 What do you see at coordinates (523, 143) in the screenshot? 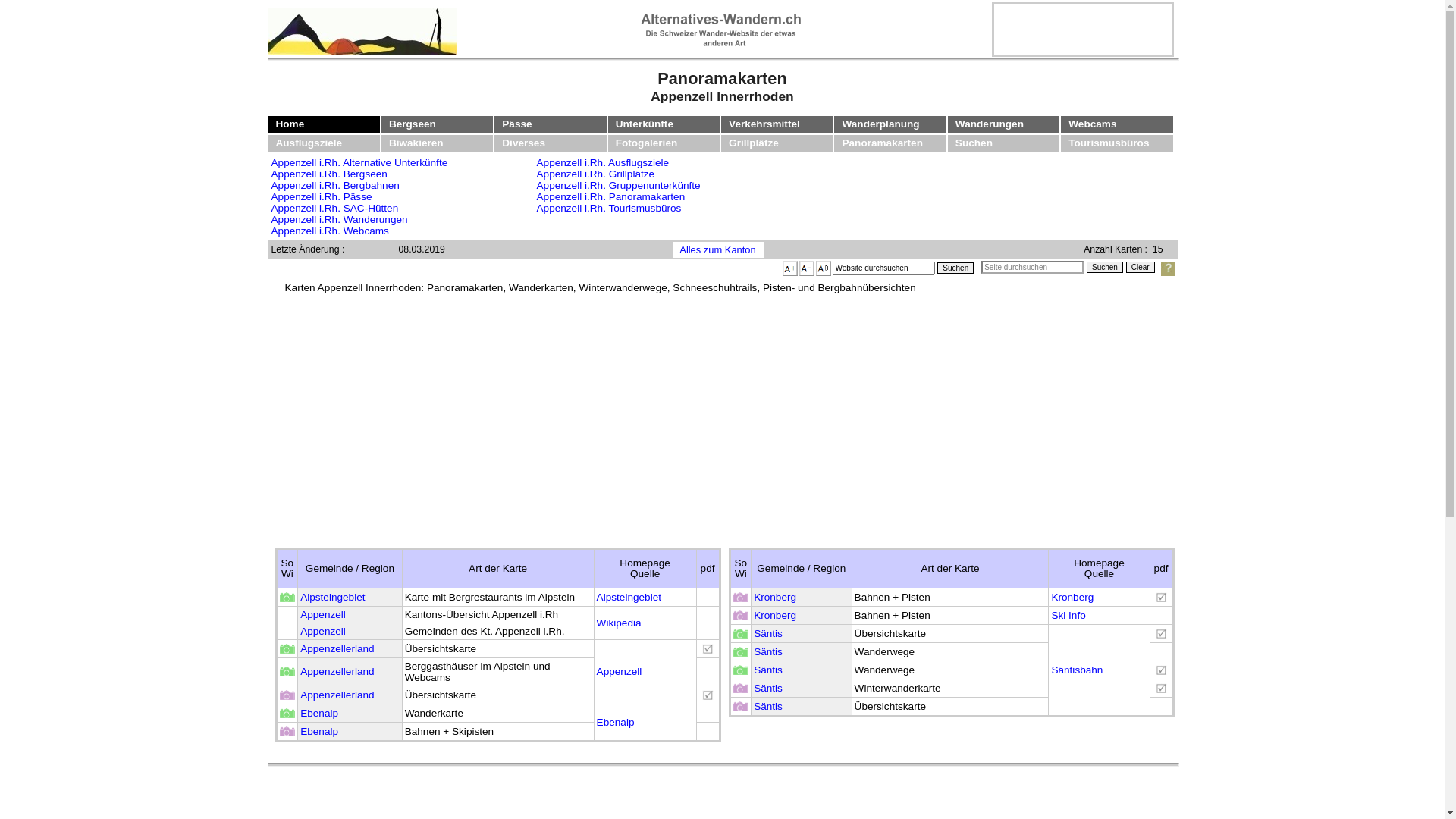
I see `'Diverses'` at bounding box center [523, 143].